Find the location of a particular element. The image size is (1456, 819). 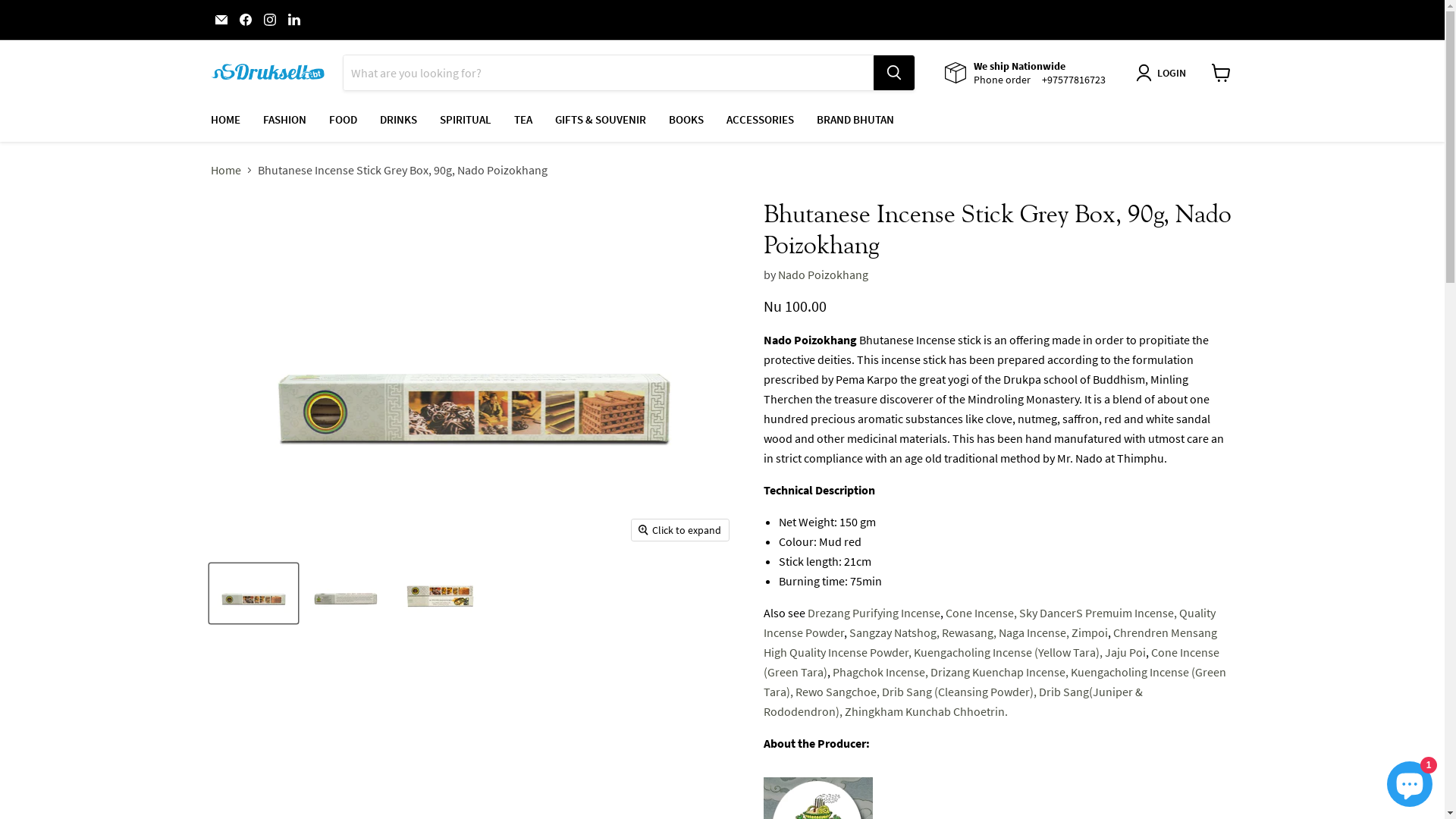

'TEA' is located at coordinates (502, 119).